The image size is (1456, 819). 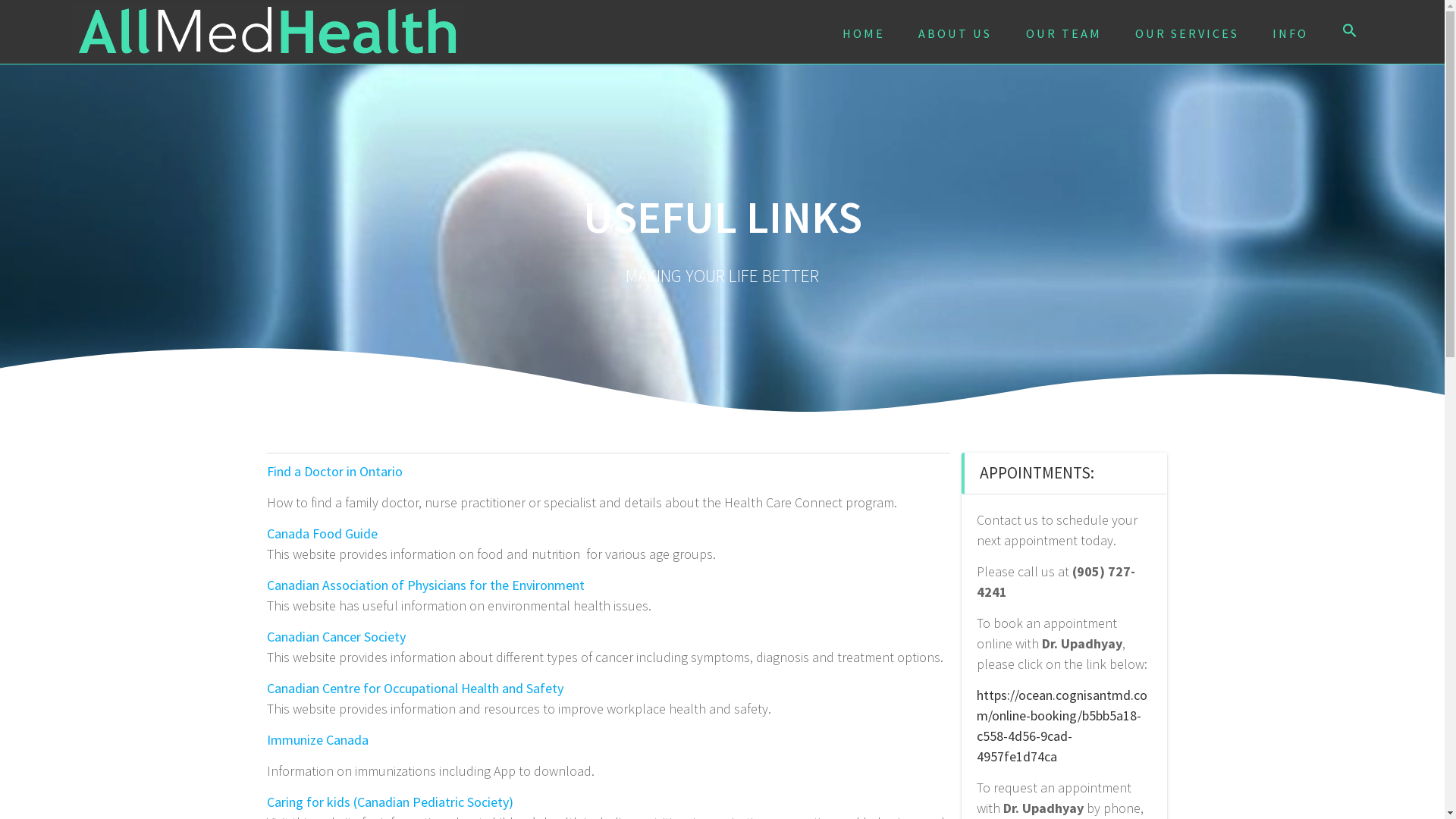 I want to click on 'Caring for kids (Canadian Pediatric Society)', so click(x=390, y=801).